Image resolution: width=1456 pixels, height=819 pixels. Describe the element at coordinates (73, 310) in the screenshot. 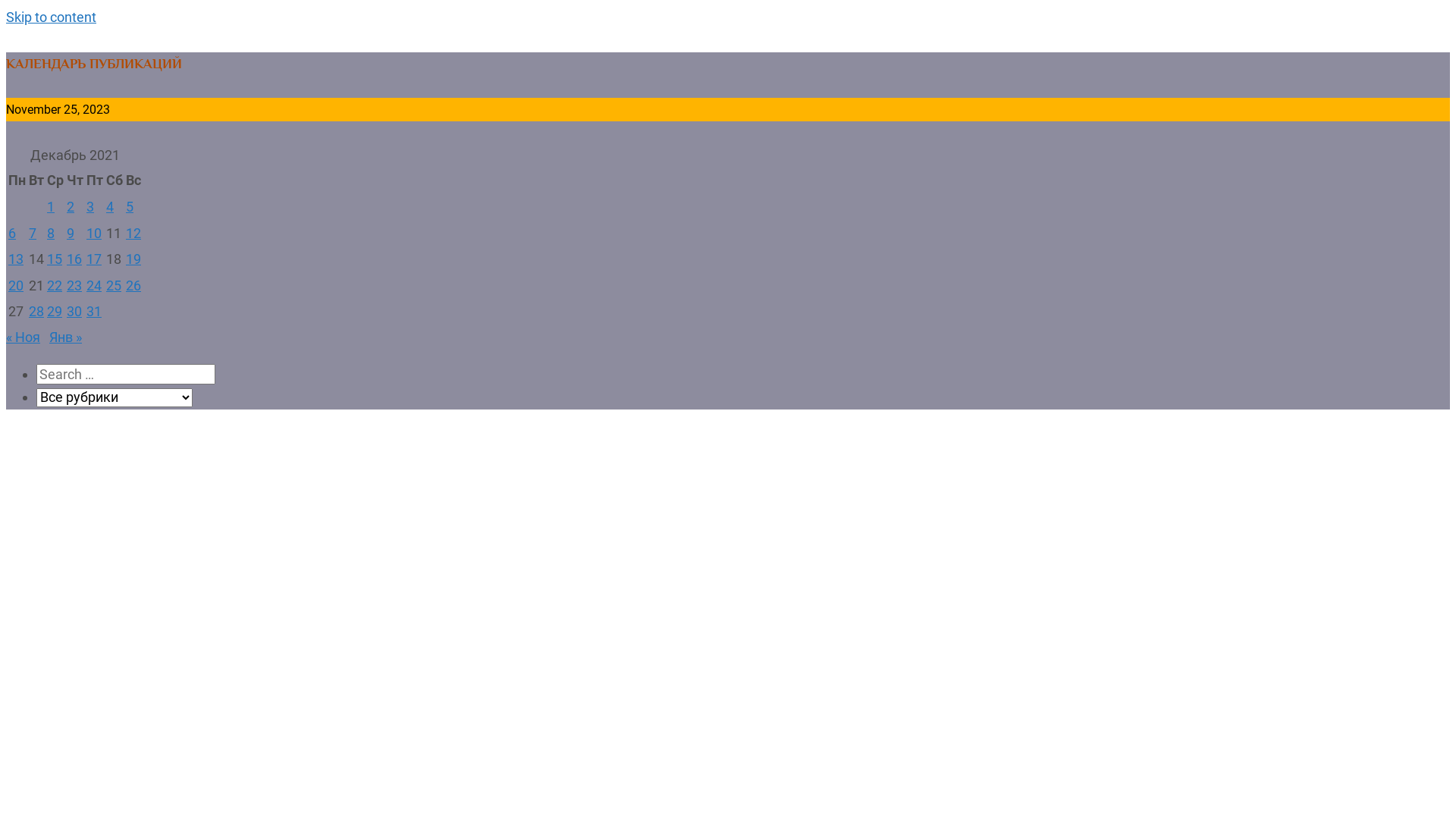

I see `'30'` at that location.